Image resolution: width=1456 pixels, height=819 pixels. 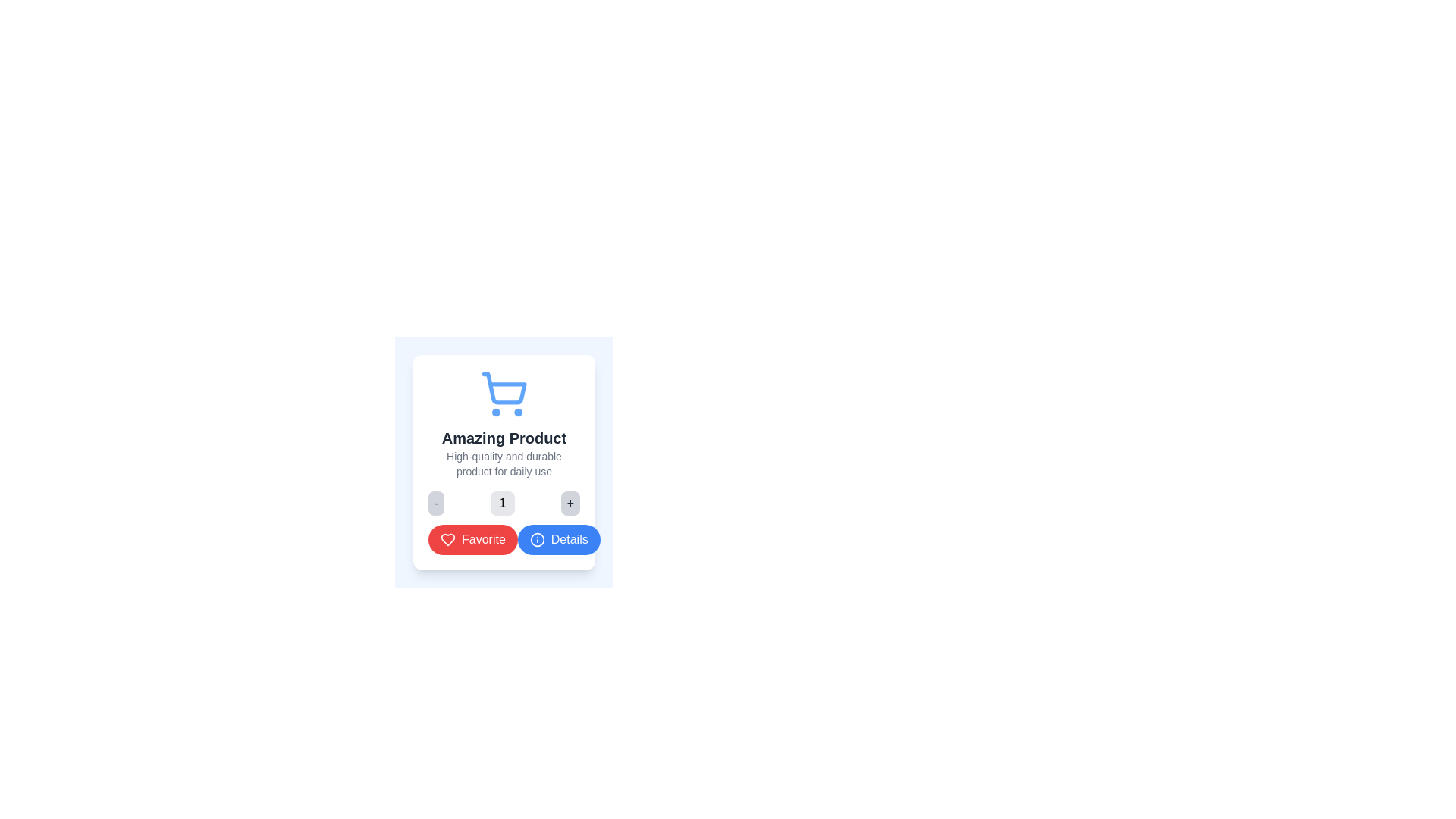 What do you see at coordinates (558, 539) in the screenshot?
I see `the second button from the left in the horizontal row located at the bottom of the card, which provides additional details about the product` at bounding box center [558, 539].